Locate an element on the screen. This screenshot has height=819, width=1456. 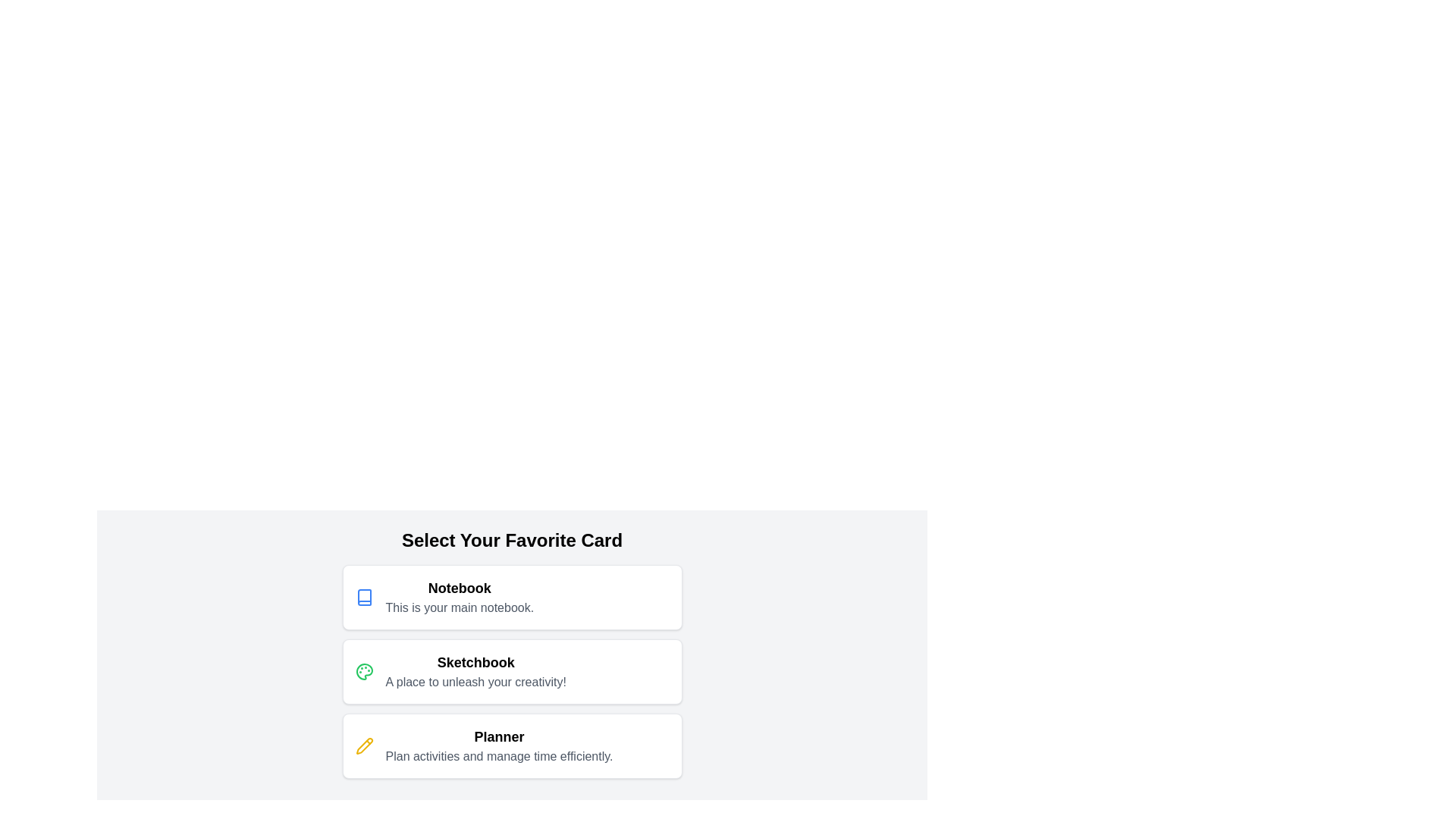
the 'Planner' feature card element, which is the third card in a vertical list of options for selecting features is located at coordinates (512, 745).